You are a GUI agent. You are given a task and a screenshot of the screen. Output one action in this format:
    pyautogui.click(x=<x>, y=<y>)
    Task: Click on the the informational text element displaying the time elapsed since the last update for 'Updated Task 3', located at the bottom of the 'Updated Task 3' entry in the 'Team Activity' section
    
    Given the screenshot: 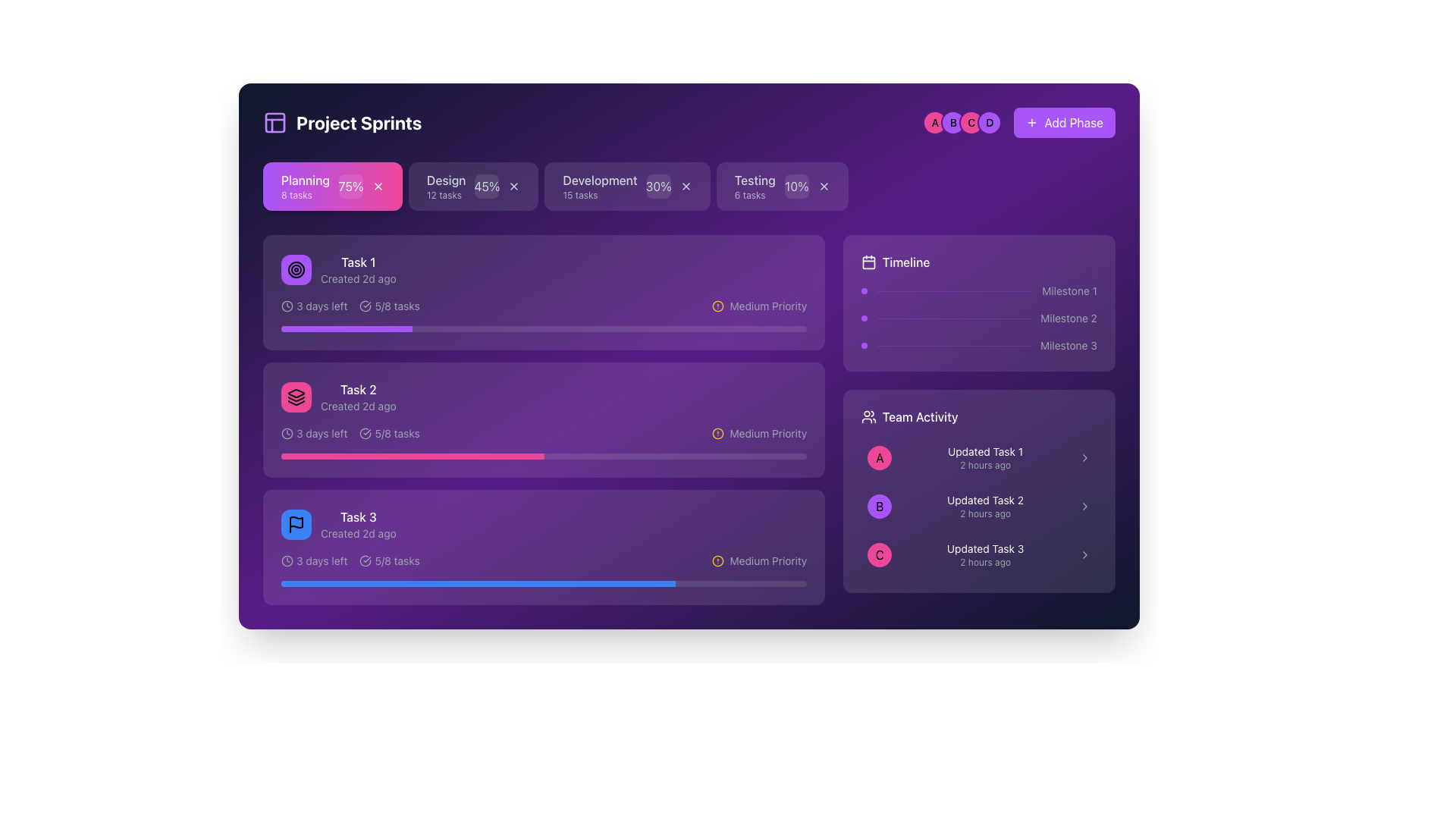 What is the action you would take?
    pyautogui.click(x=985, y=562)
    